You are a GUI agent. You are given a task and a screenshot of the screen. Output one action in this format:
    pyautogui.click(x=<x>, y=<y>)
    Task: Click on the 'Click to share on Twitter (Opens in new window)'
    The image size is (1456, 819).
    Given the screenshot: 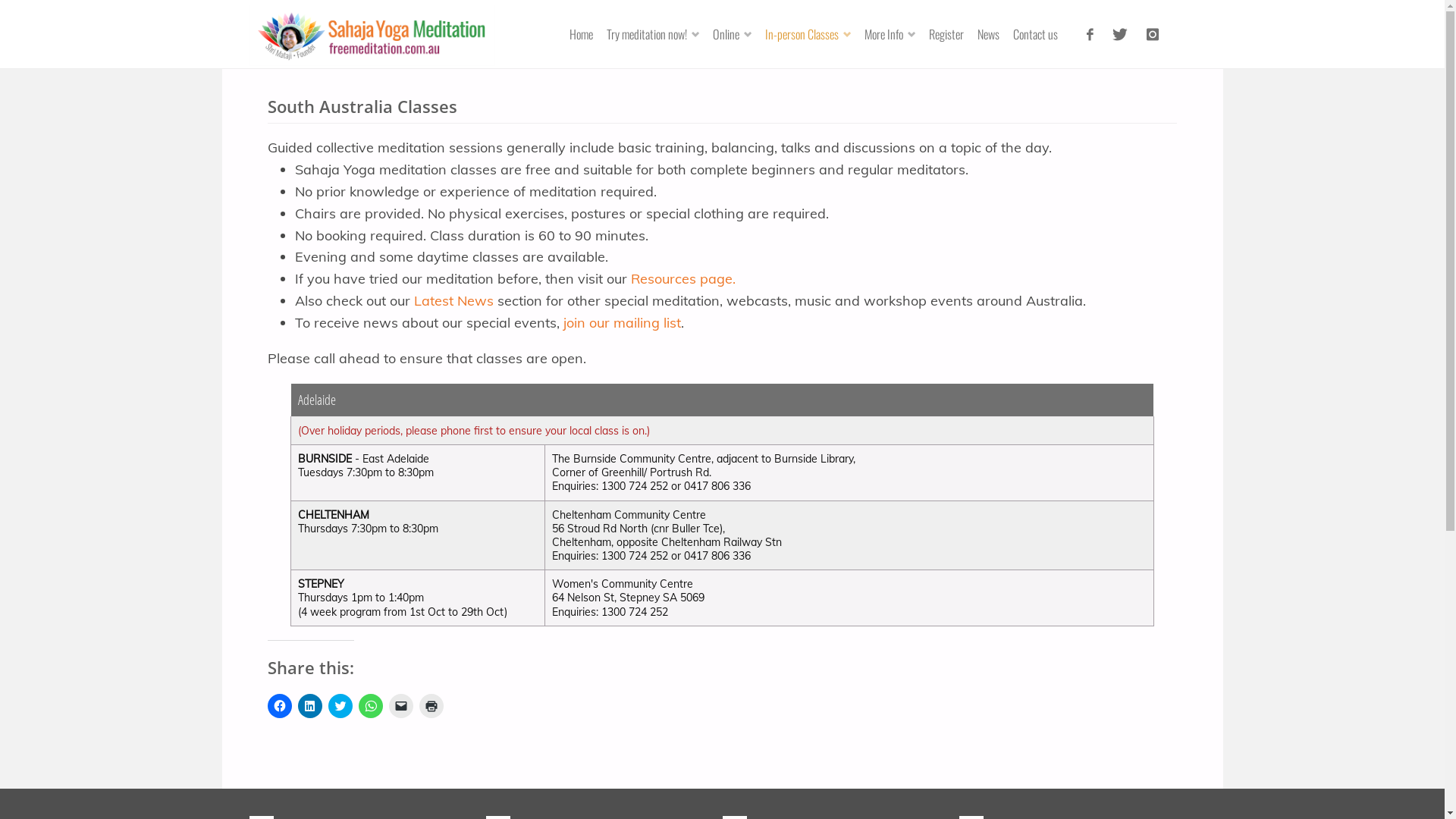 What is the action you would take?
    pyautogui.click(x=340, y=705)
    